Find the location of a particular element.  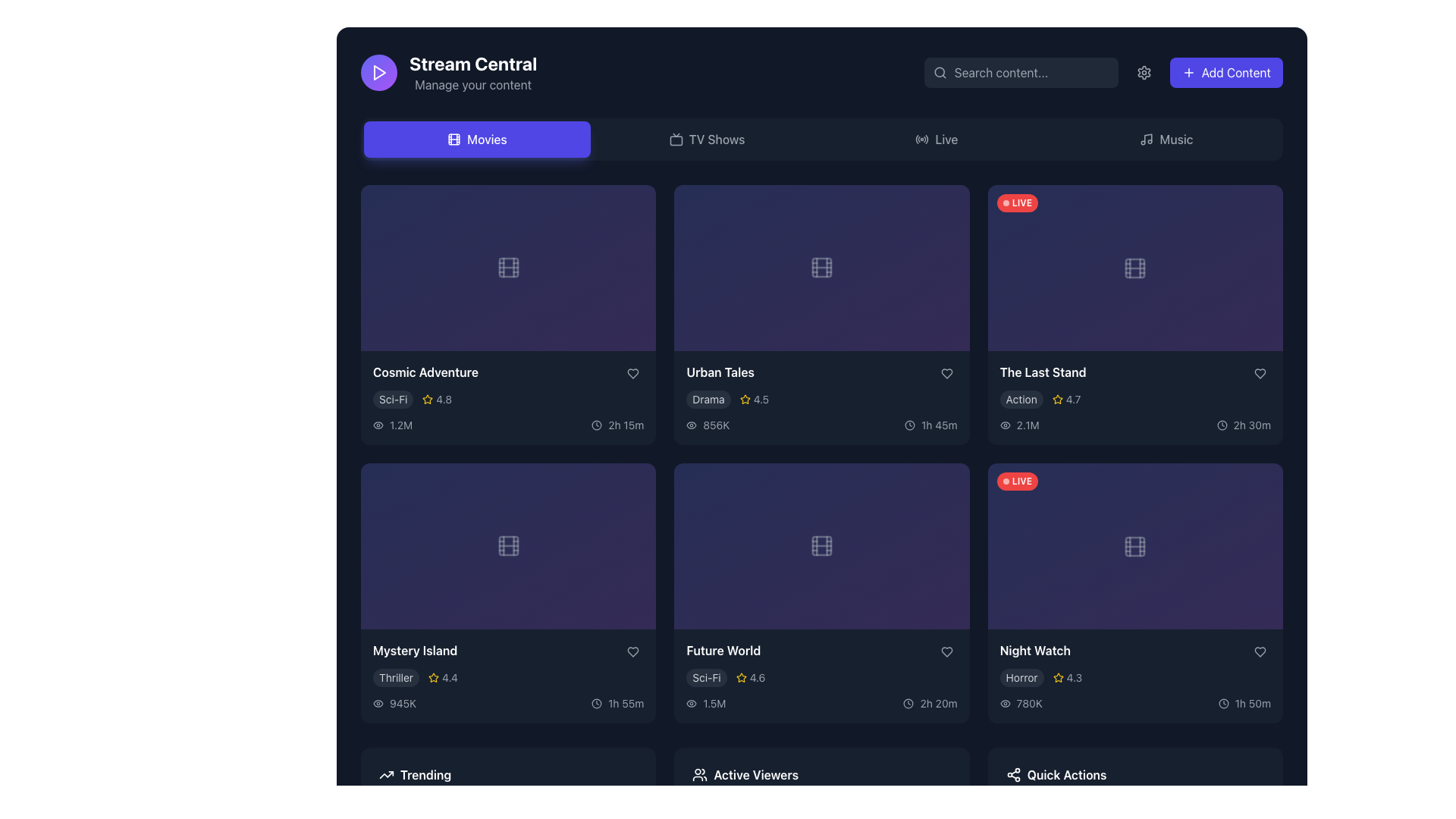

the label with an icon that displays the duration of the content in the bottom-right corner of the 'Mystery Island' card is located at coordinates (617, 703).